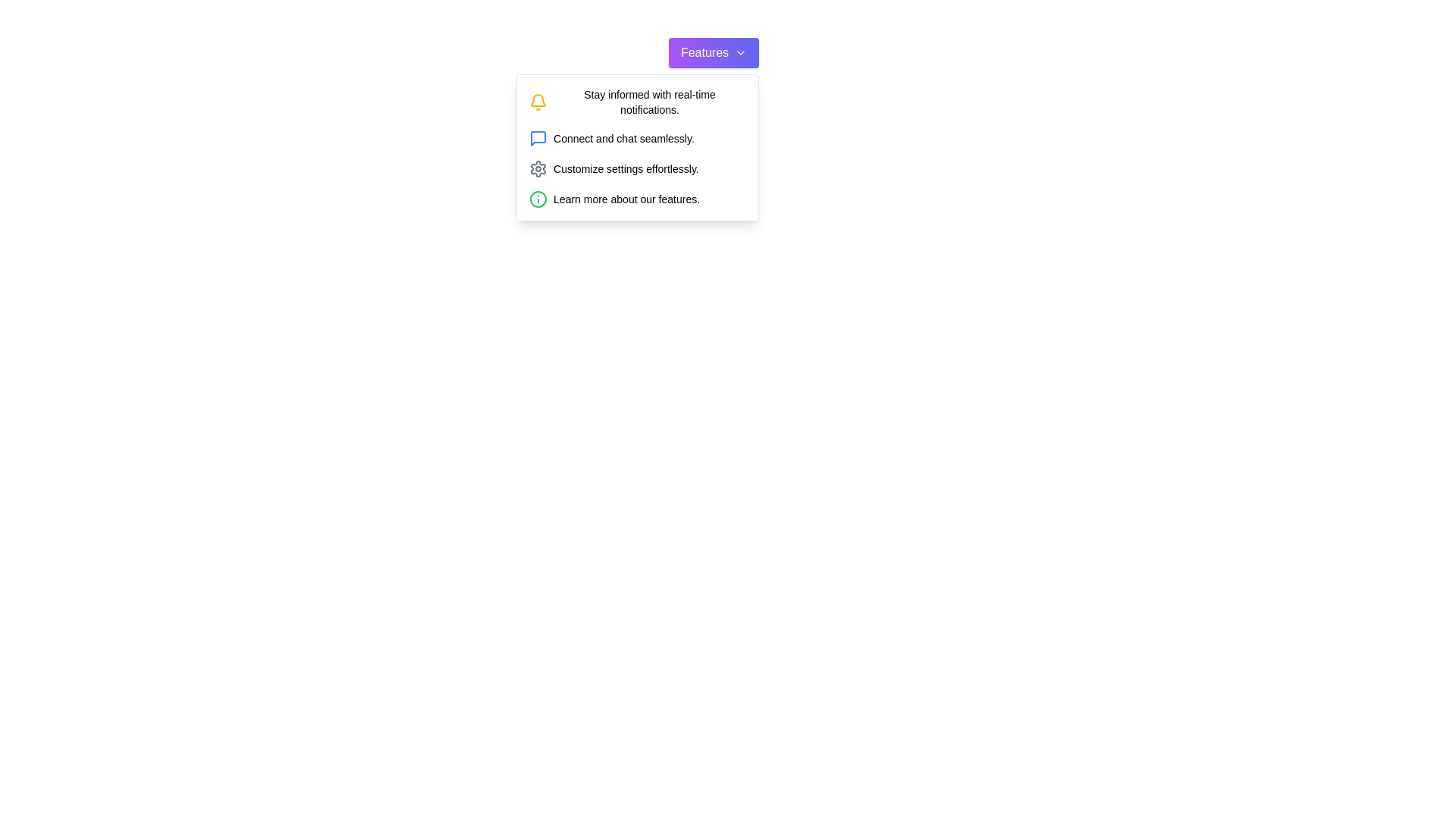 This screenshot has width=1456, height=819. What do you see at coordinates (638, 138) in the screenshot?
I see `the 'Text with Icon' element that conveys features or information related to seamless chat connectivity, located below 'Stay informed with real-time notifications'` at bounding box center [638, 138].